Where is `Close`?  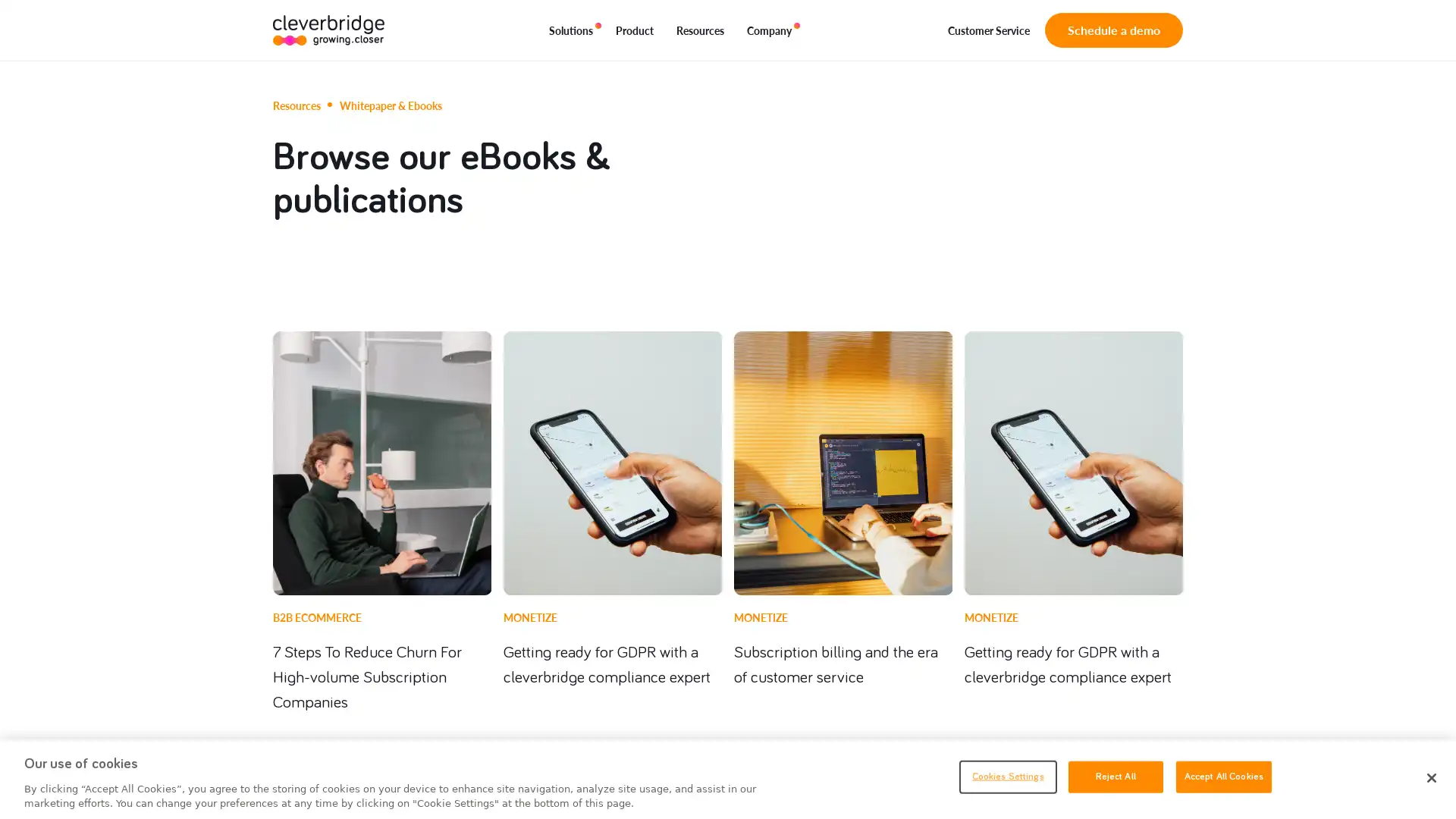
Close is located at coordinates (1430, 778).